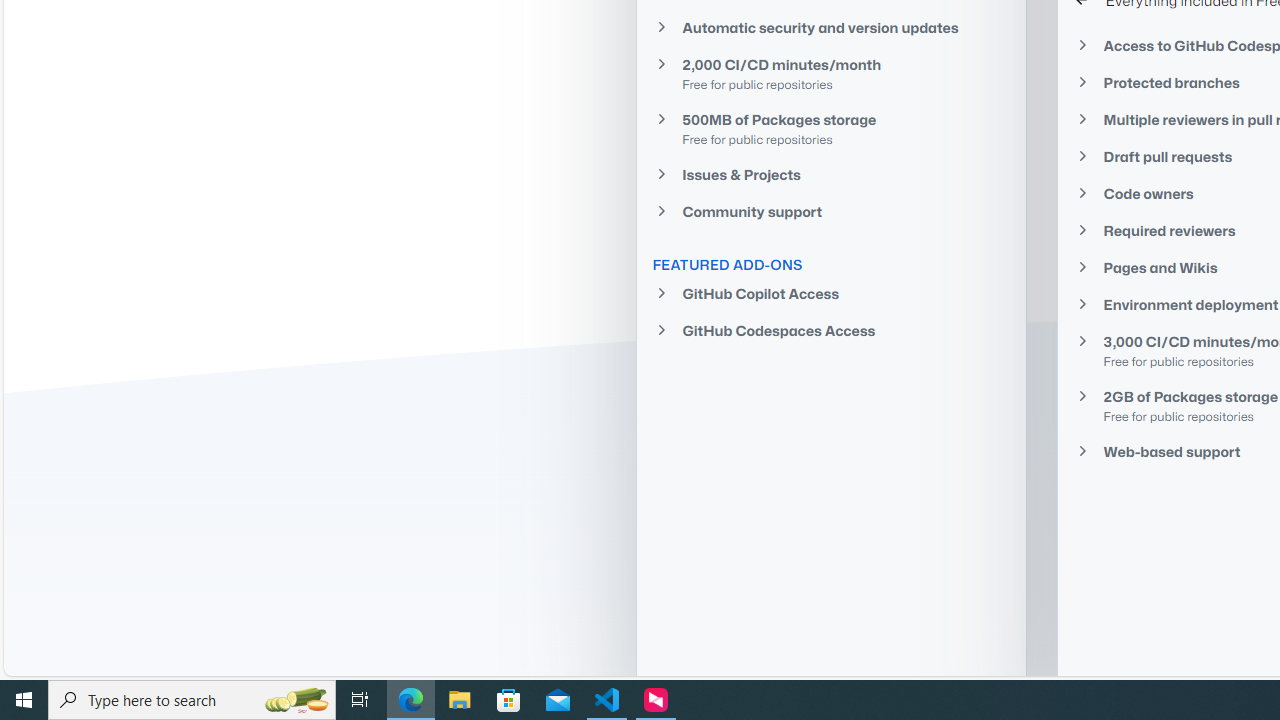 This screenshot has width=1280, height=720. What do you see at coordinates (830, 72) in the screenshot?
I see `'2,000 CI/CD minutes/monthFree for public repositories'` at bounding box center [830, 72].